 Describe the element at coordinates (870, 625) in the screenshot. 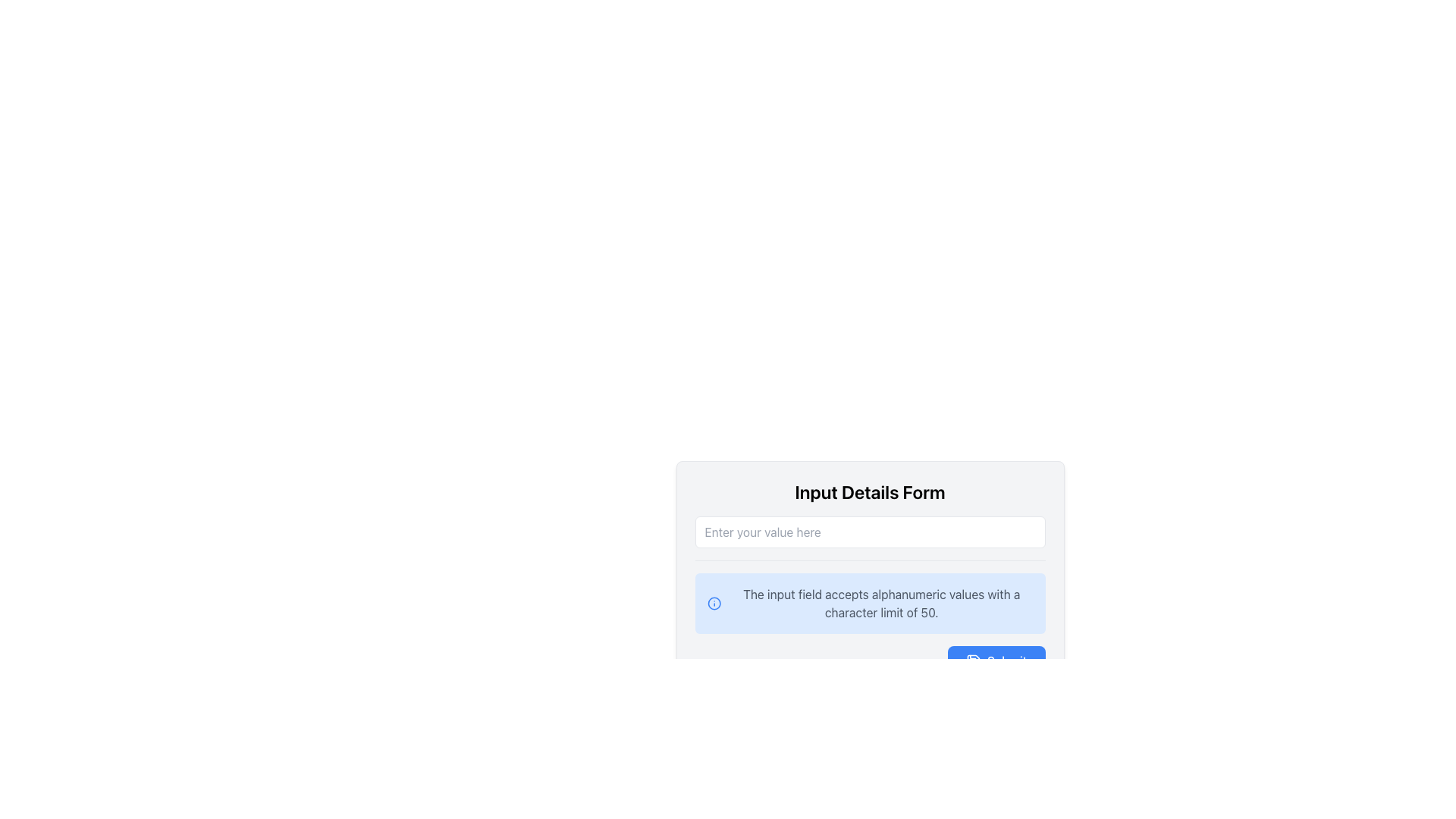

I see `the informational banner or tooltip with a blue background and rounded corners, located below the input field` at that location.